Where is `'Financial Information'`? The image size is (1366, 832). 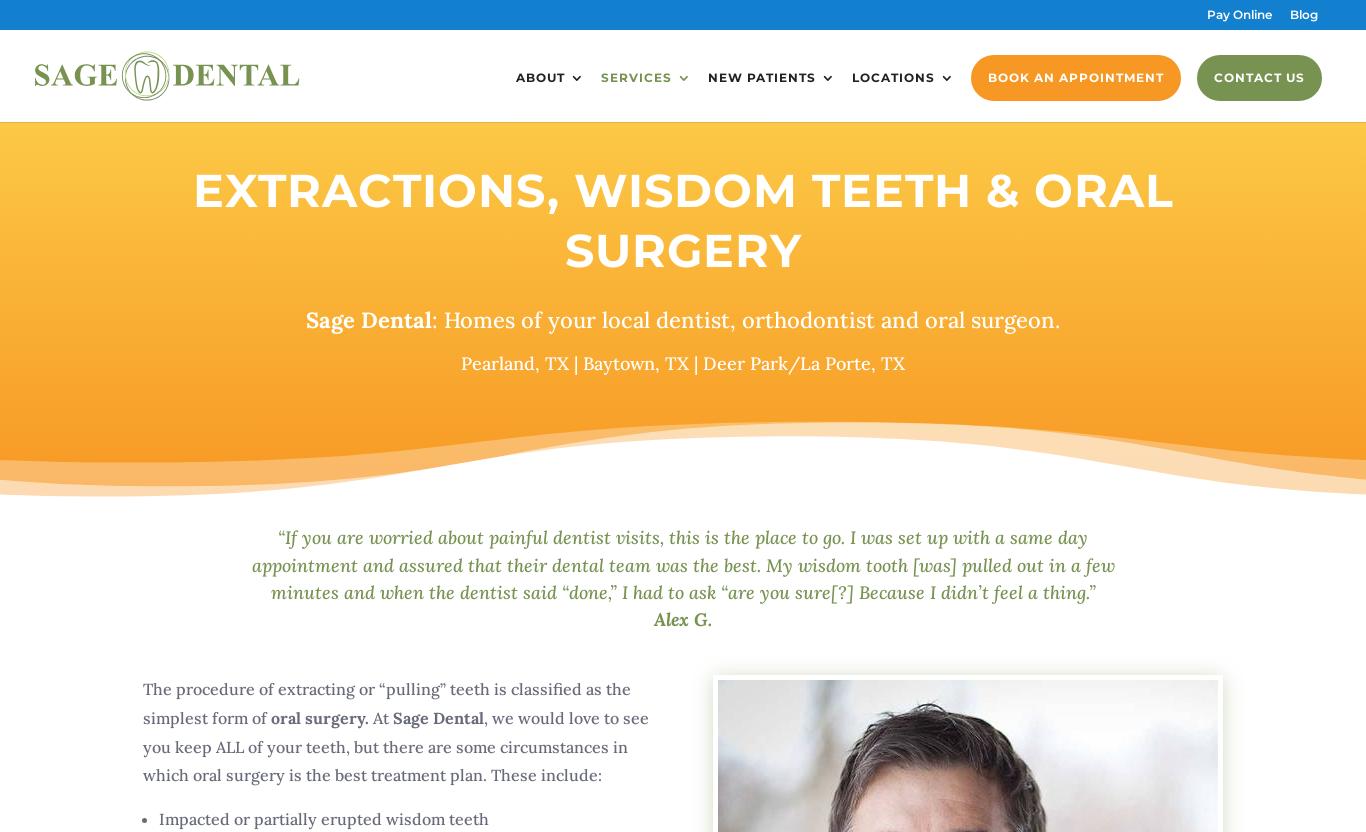 'Financial Information' is located at coordinates (738, 150).